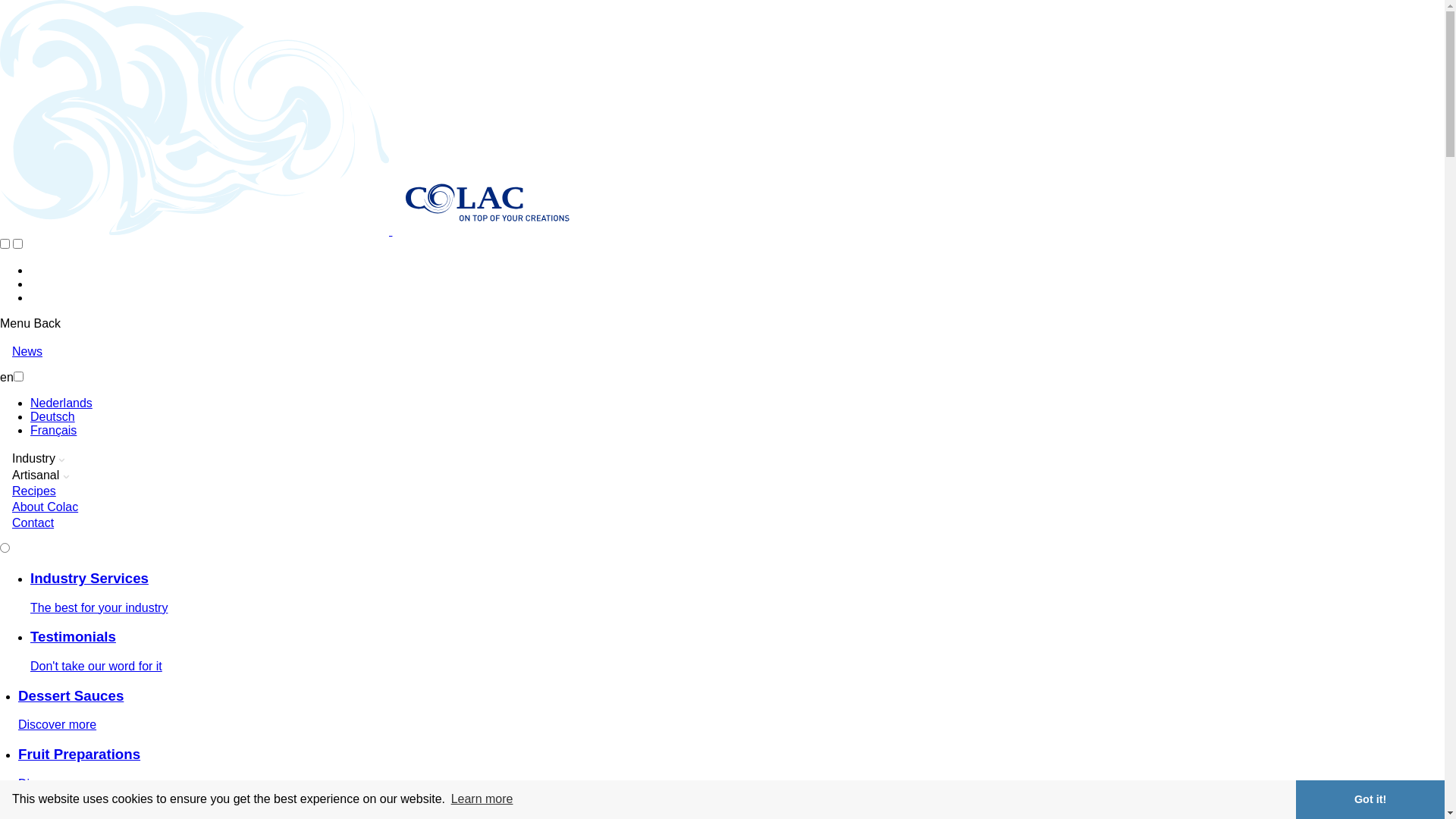  I want to click on 'Nederlands', so click(61, 402).